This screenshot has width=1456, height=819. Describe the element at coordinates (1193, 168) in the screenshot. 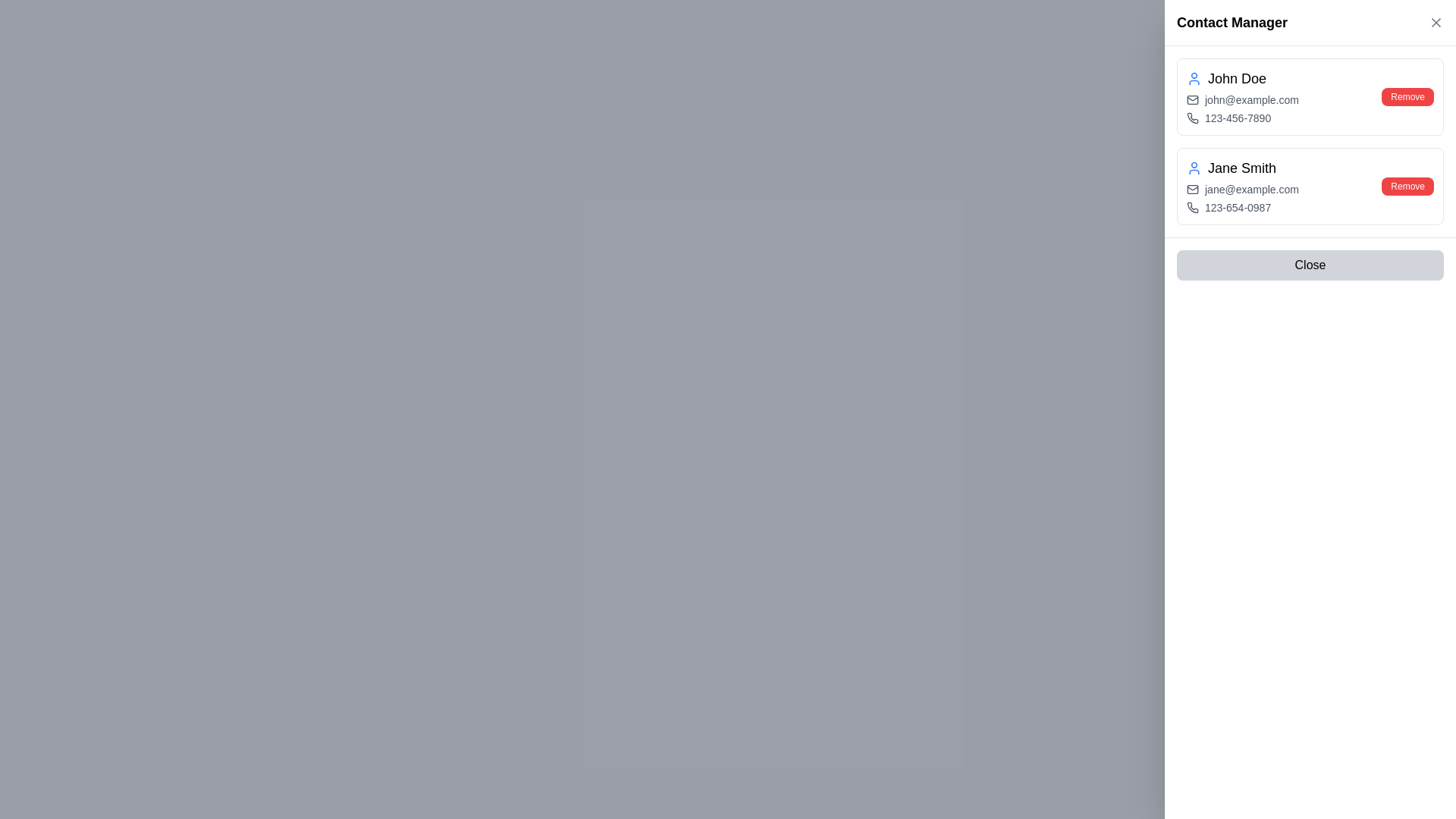

I see `the avatar icon representing 'Jane Smith' in the contact list by clicking on it` at that location.